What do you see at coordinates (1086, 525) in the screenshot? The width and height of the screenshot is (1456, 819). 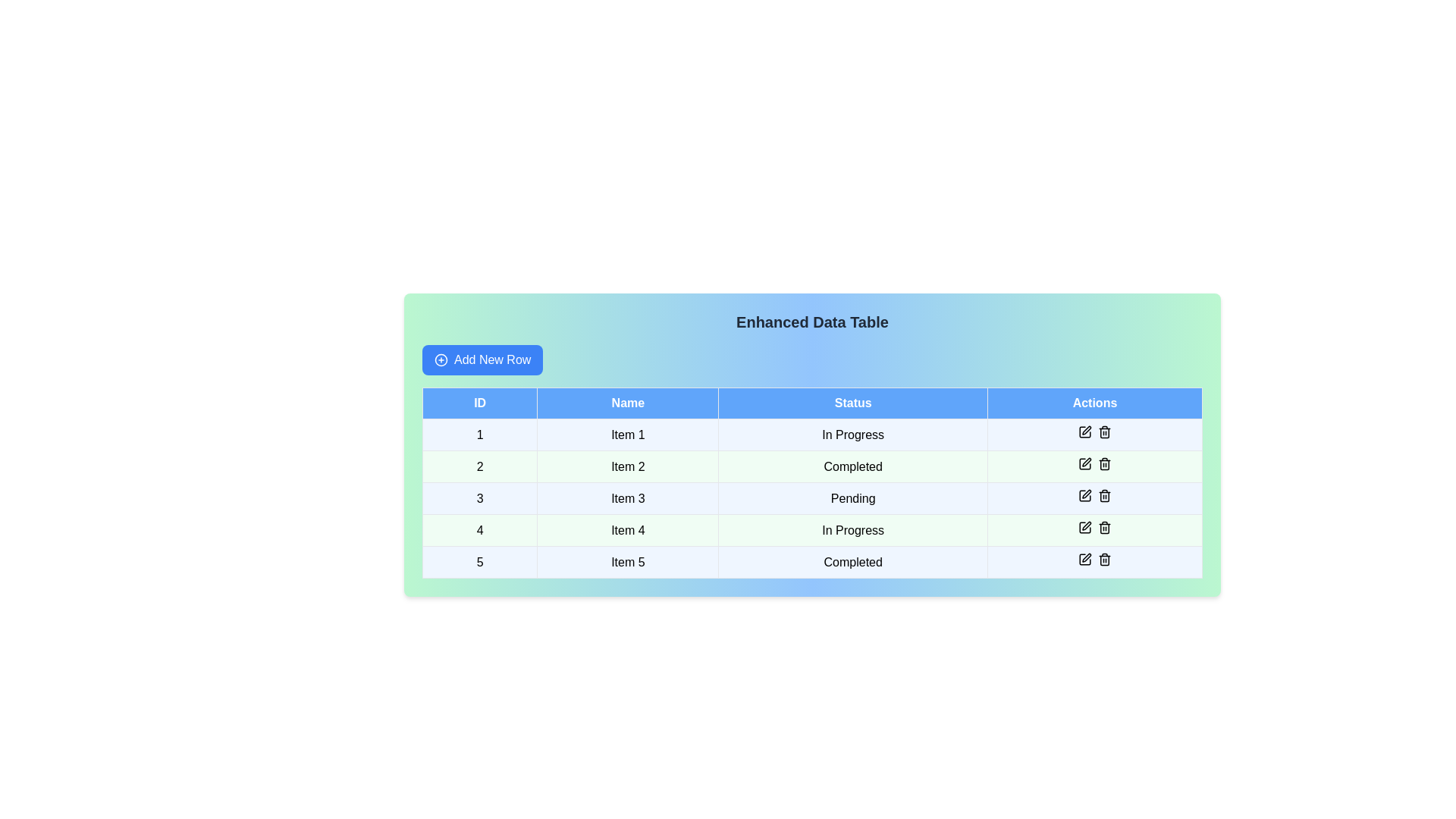 I see `the edit button in the 'Actions' column for 'Item 4', which is located adjacent to the trash can icon` at bounding box center [1086, 525].